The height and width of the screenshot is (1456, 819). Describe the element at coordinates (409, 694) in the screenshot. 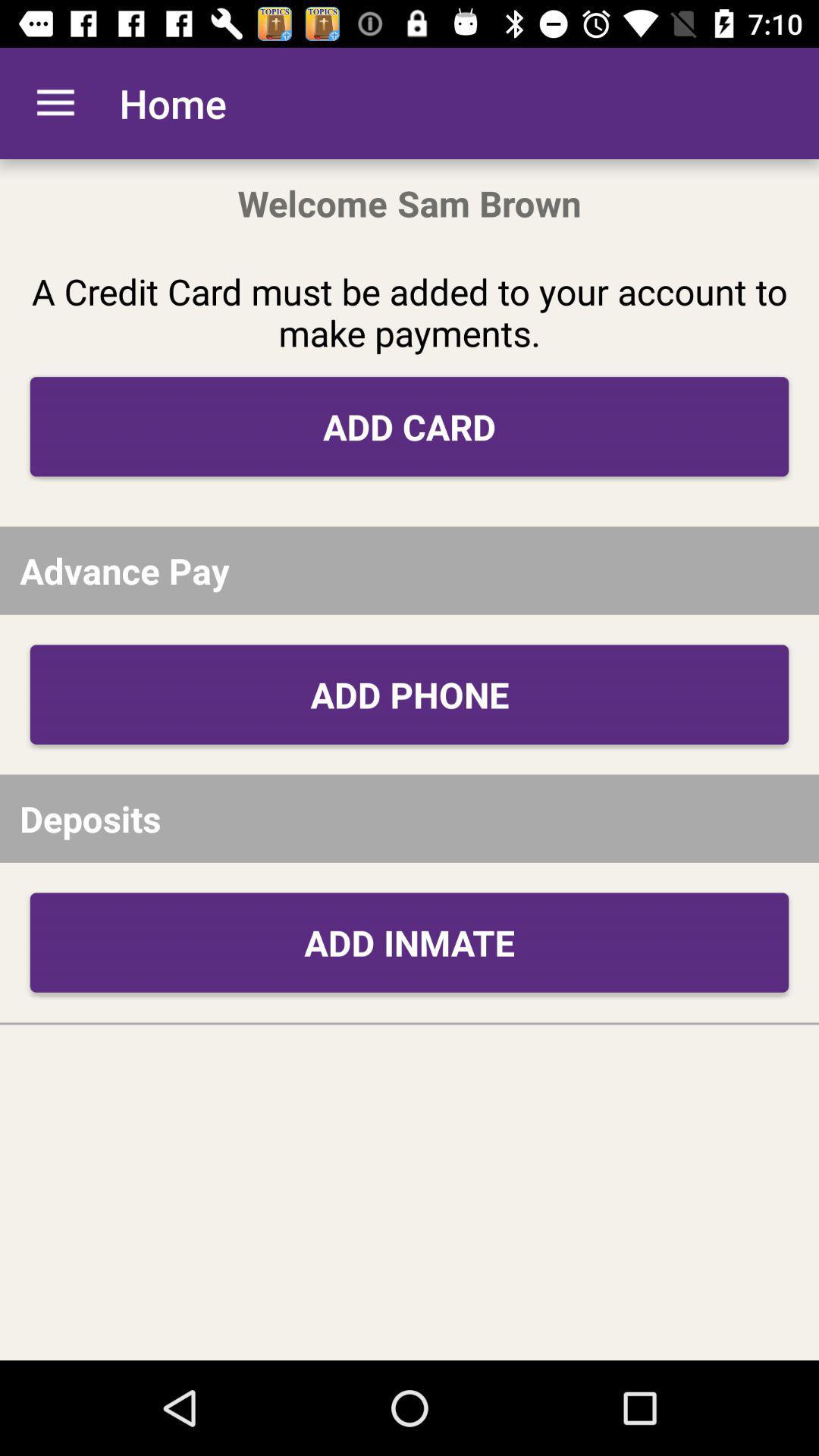

I see `add phone item` at that location.